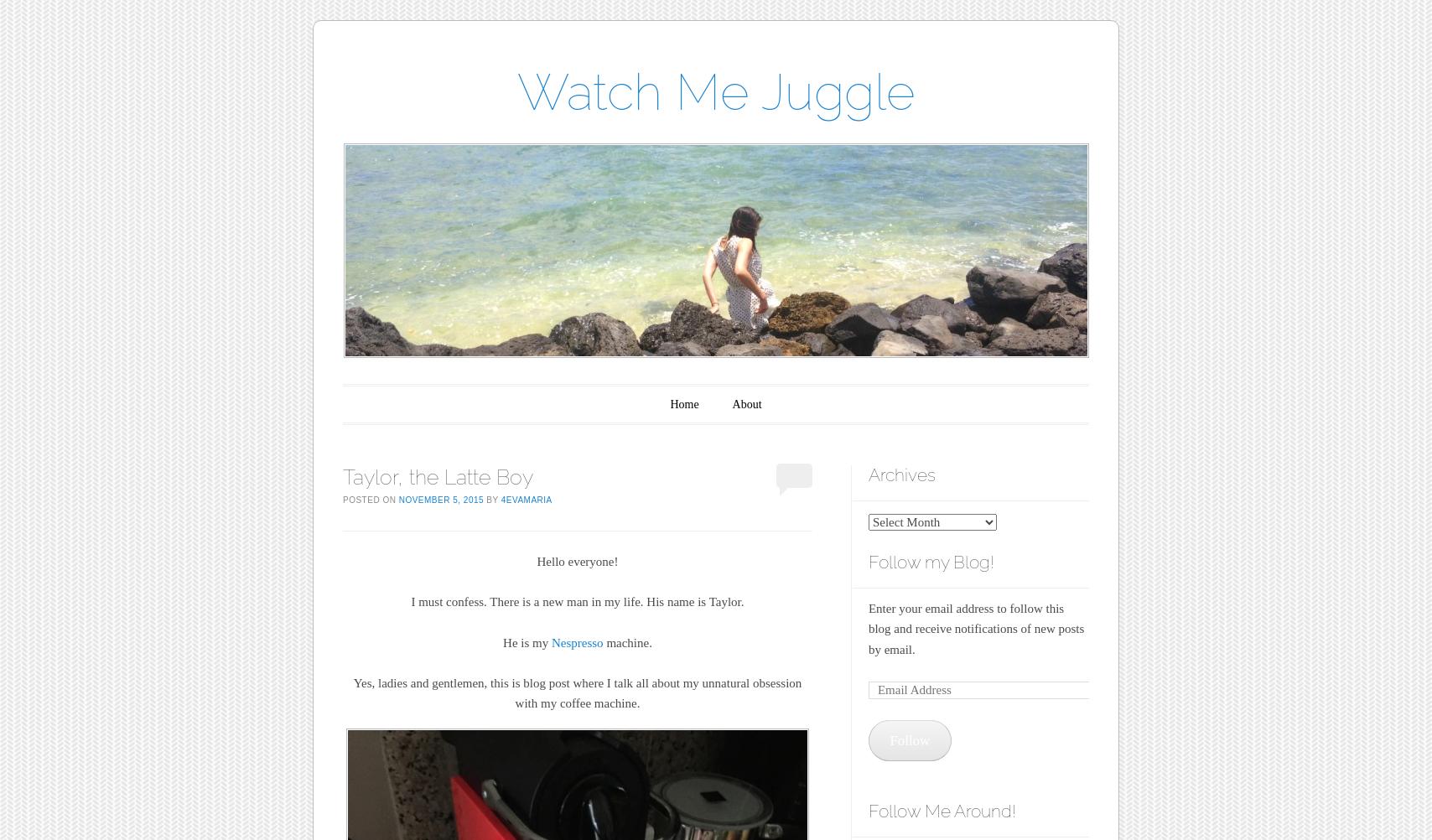  What do you see at coordinates (789, 475) in the screenshot?
I see `'0'` at bounding box center [789, 475].